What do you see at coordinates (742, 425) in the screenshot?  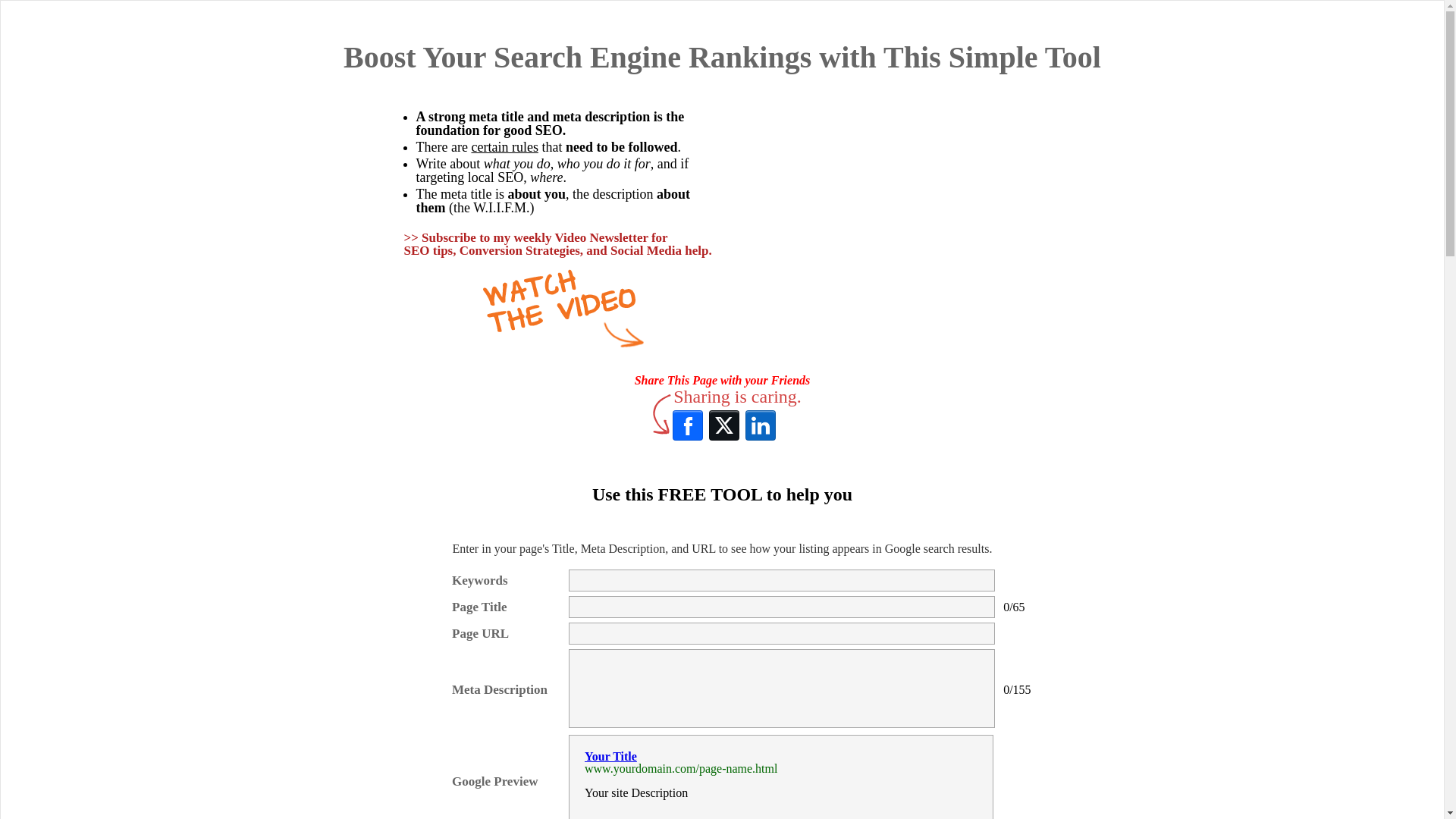 I see `'LinkedIn'` at bounding box center [742, 425].